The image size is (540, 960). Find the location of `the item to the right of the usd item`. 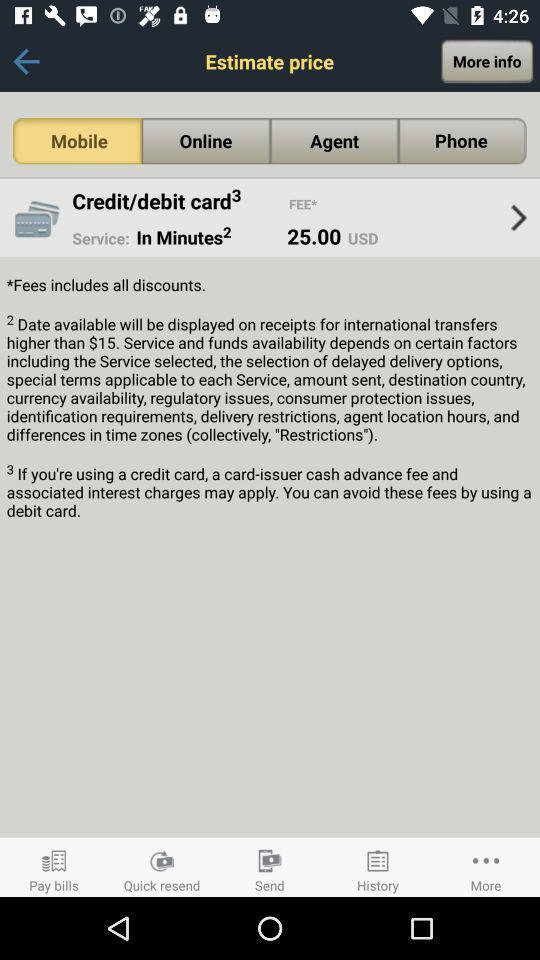

the item to the right of the usd item is located at coordinates (518, 218).